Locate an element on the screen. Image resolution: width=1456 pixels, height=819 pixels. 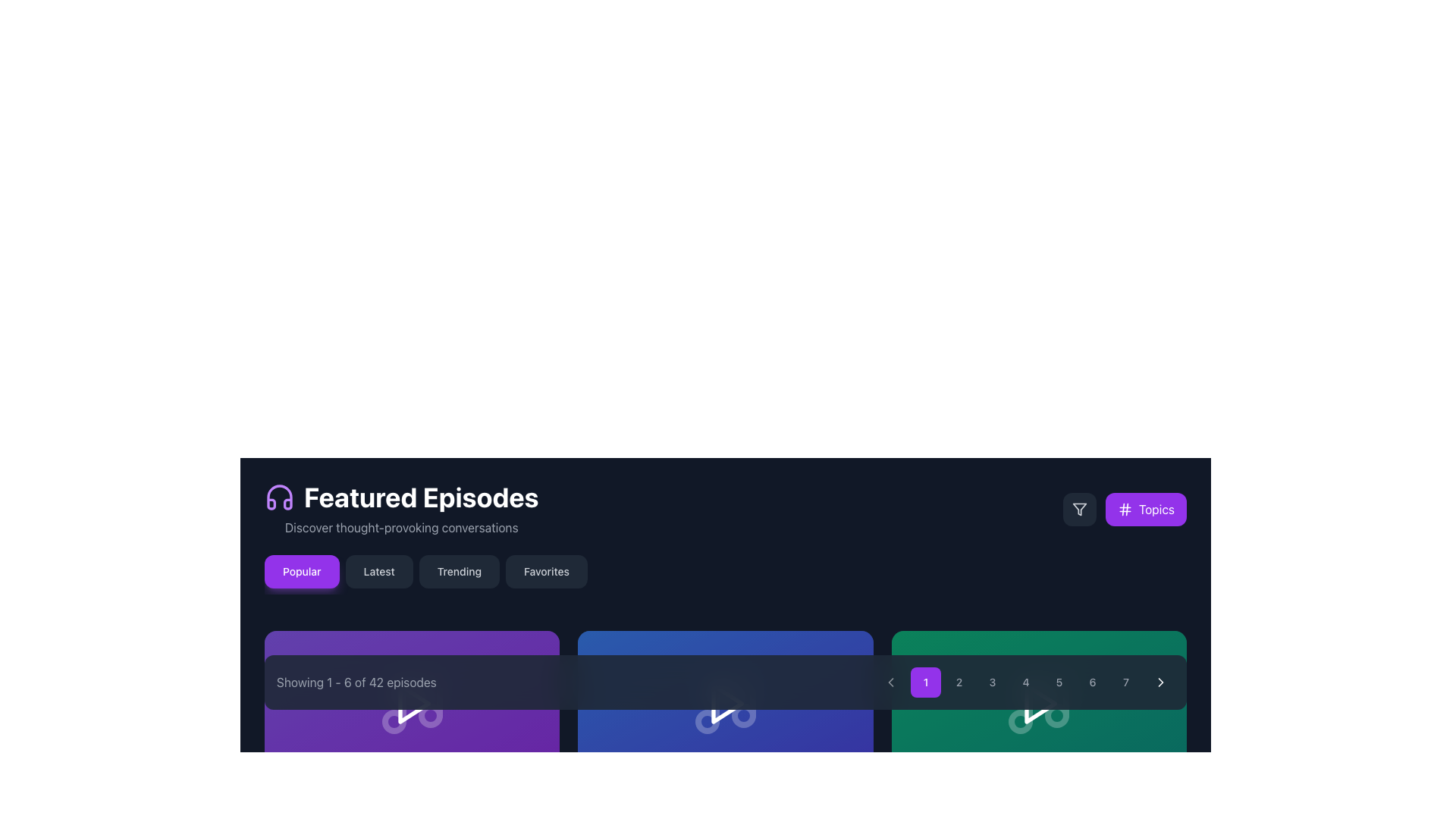
the second button in the pagination control is located at coordinates (959, 681).